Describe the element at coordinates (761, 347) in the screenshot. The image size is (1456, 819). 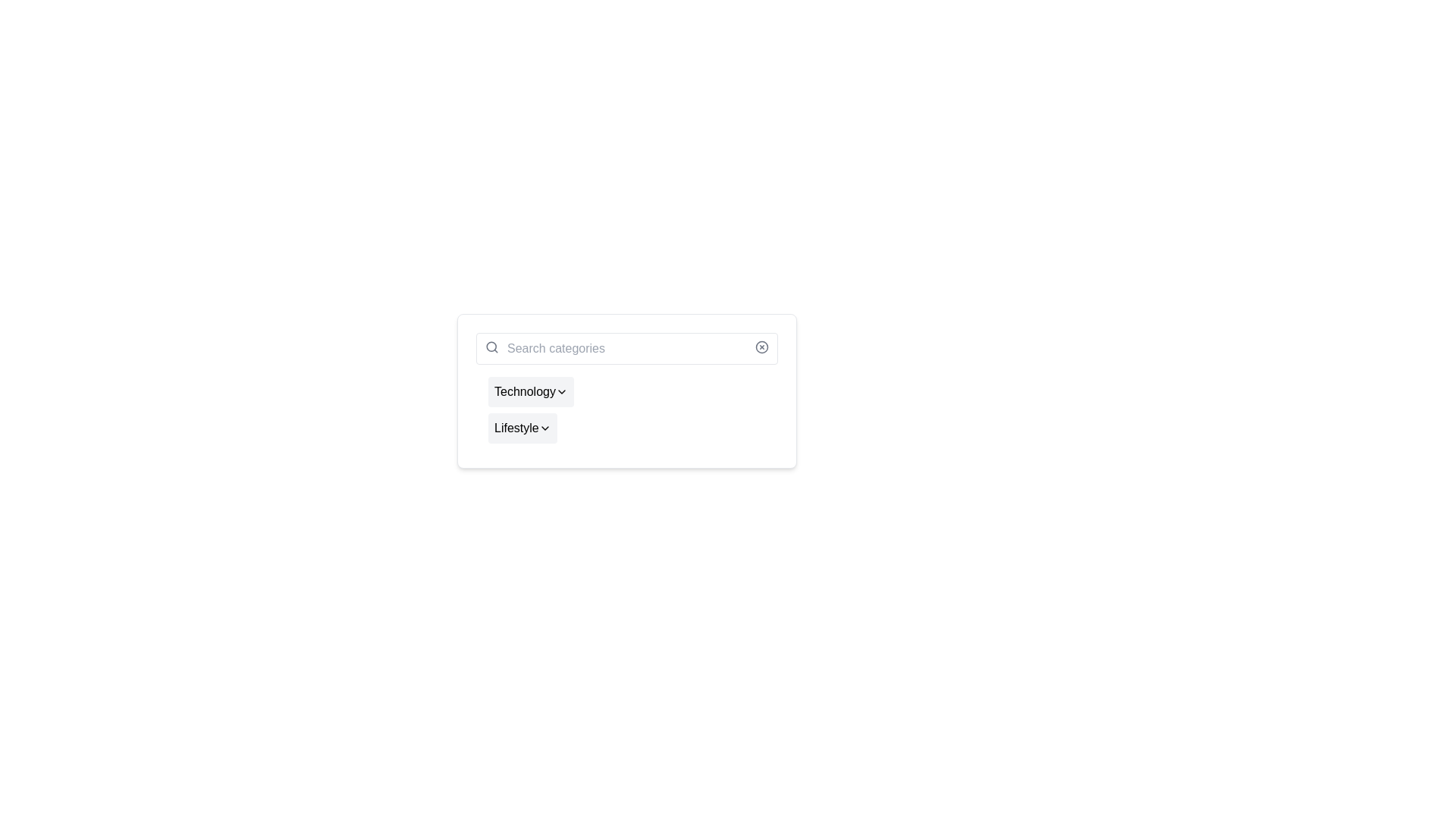
I see `the circular element representing the close/reset button in the search bar, which provides a cue for clearing the search input` at that location.